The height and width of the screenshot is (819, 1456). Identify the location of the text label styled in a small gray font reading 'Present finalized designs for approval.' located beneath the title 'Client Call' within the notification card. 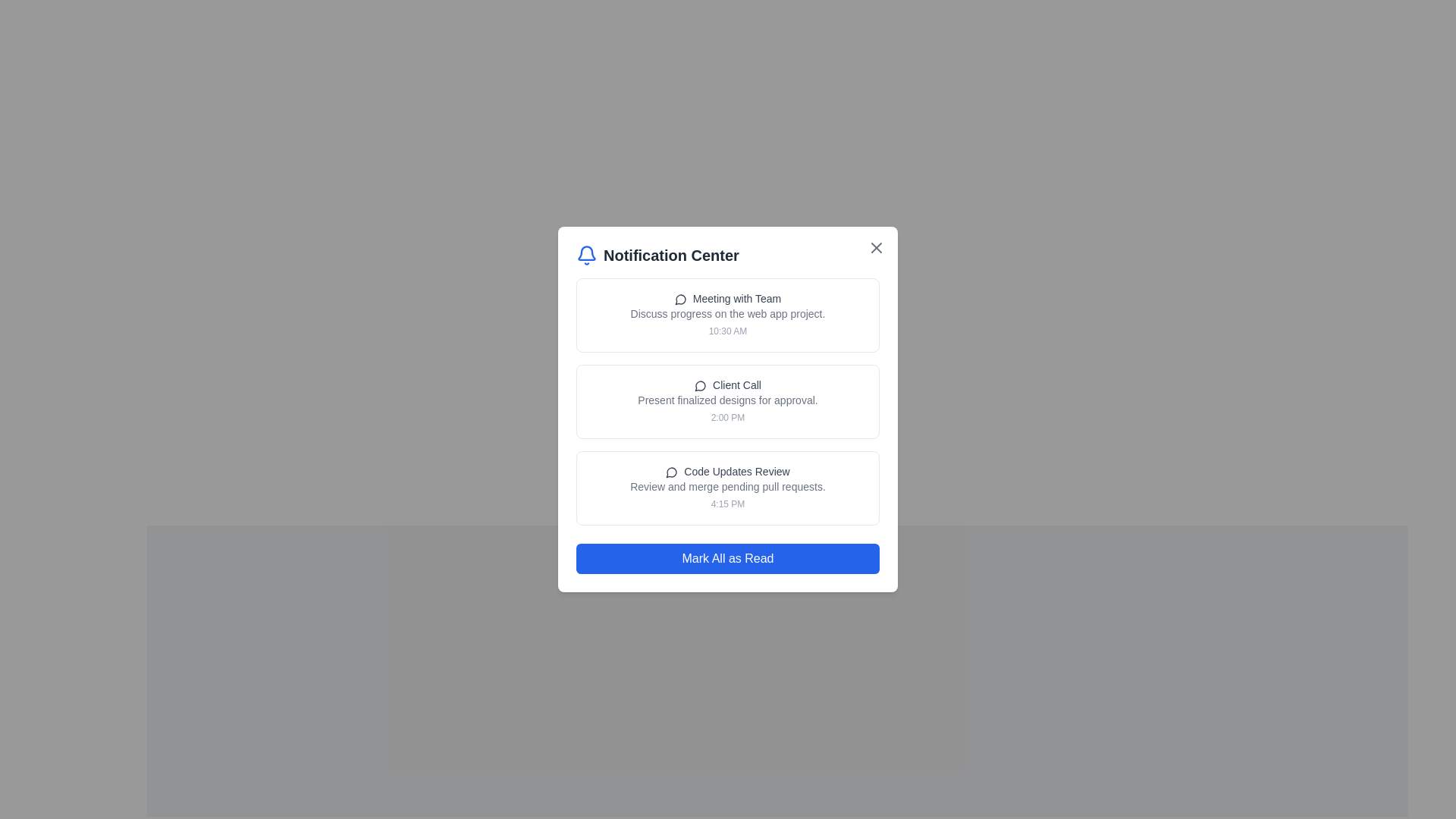
(728, 400).